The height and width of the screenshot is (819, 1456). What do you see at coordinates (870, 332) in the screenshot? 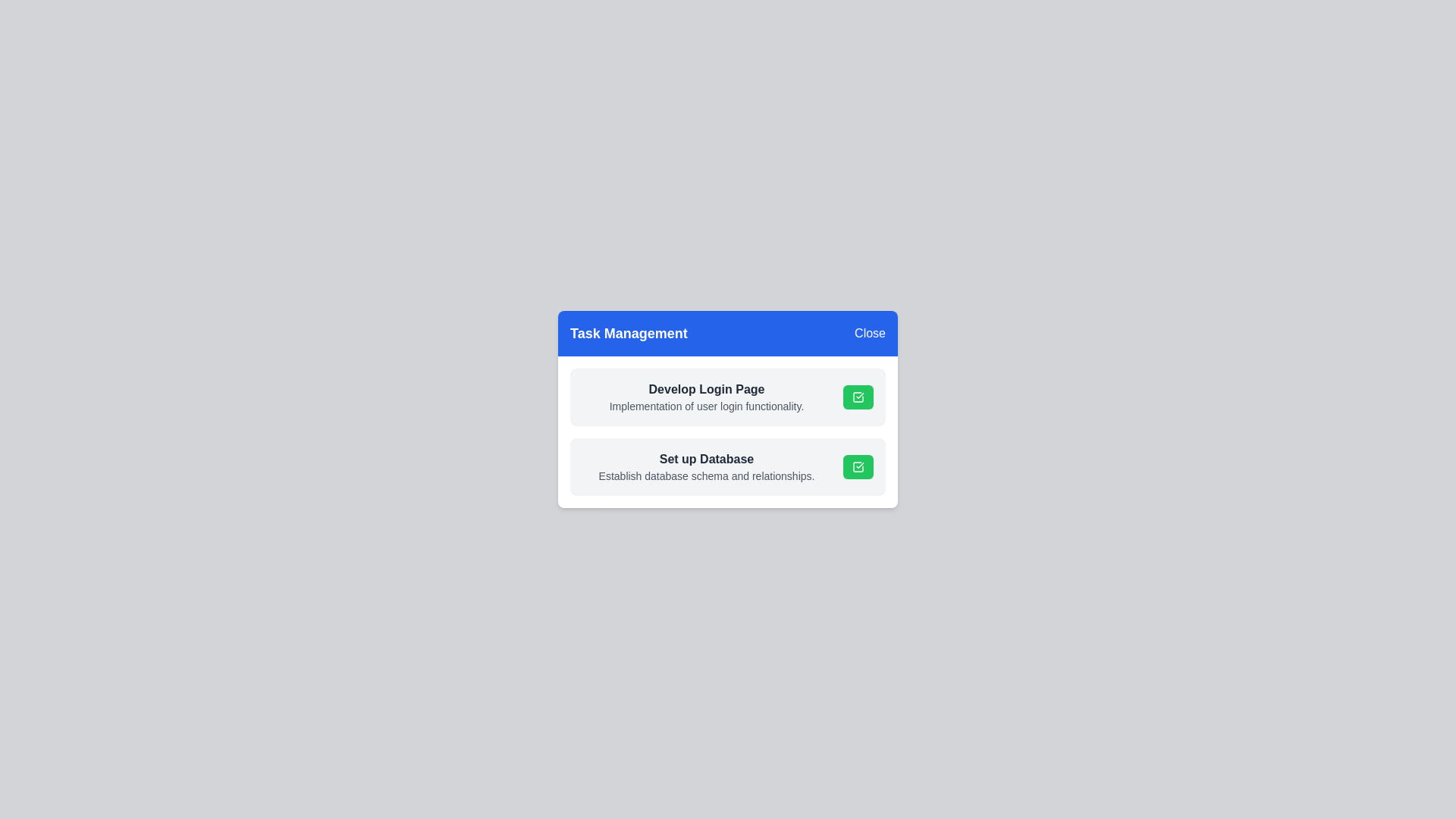
I see `the 'Close' button to close the dialog` at bounding box center [870, 332].